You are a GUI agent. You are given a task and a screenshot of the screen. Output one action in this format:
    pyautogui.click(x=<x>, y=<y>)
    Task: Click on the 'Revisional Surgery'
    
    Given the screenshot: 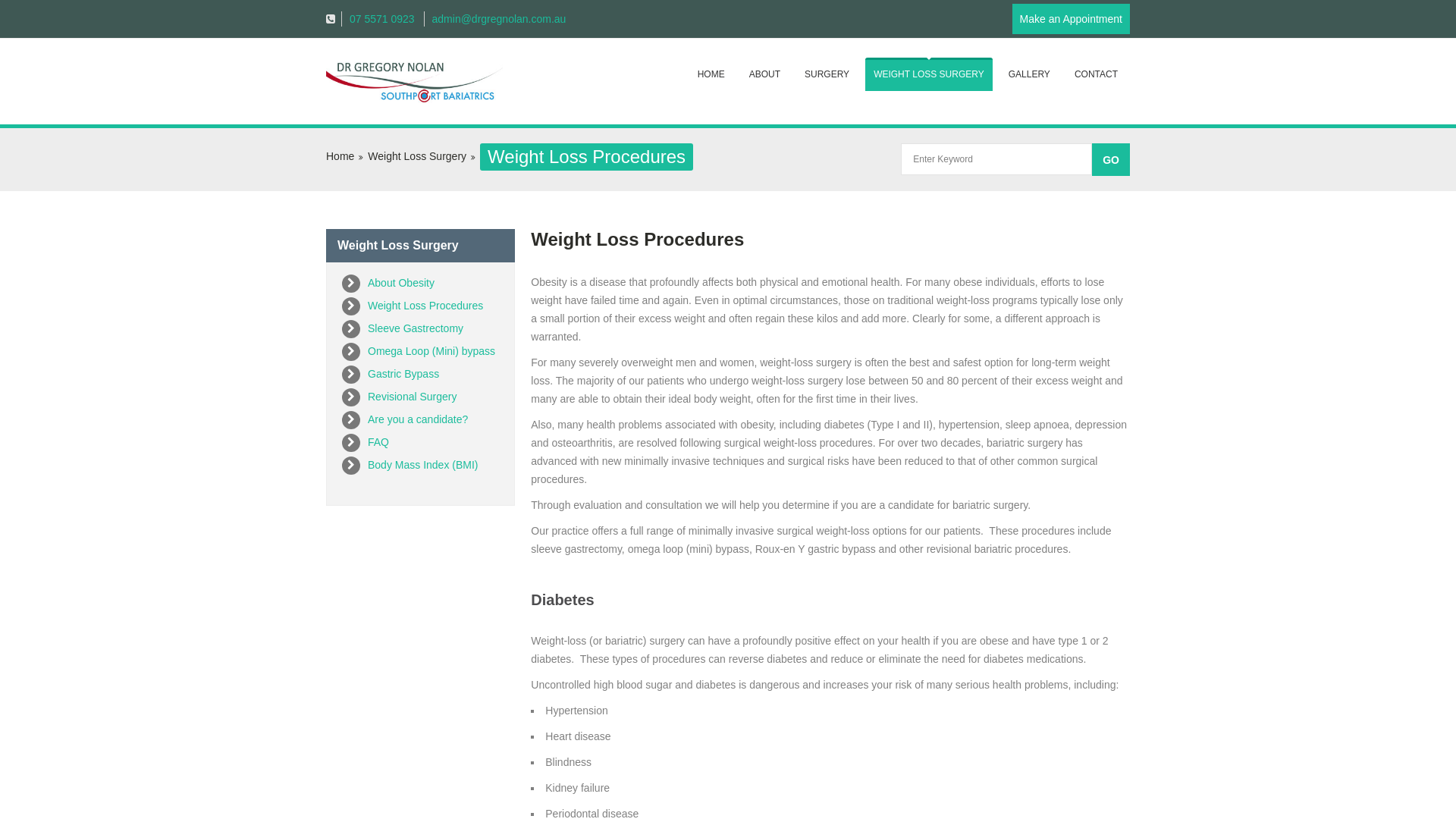 What is the action you would take?
    pyautogui.click(x=367, y=396)
    